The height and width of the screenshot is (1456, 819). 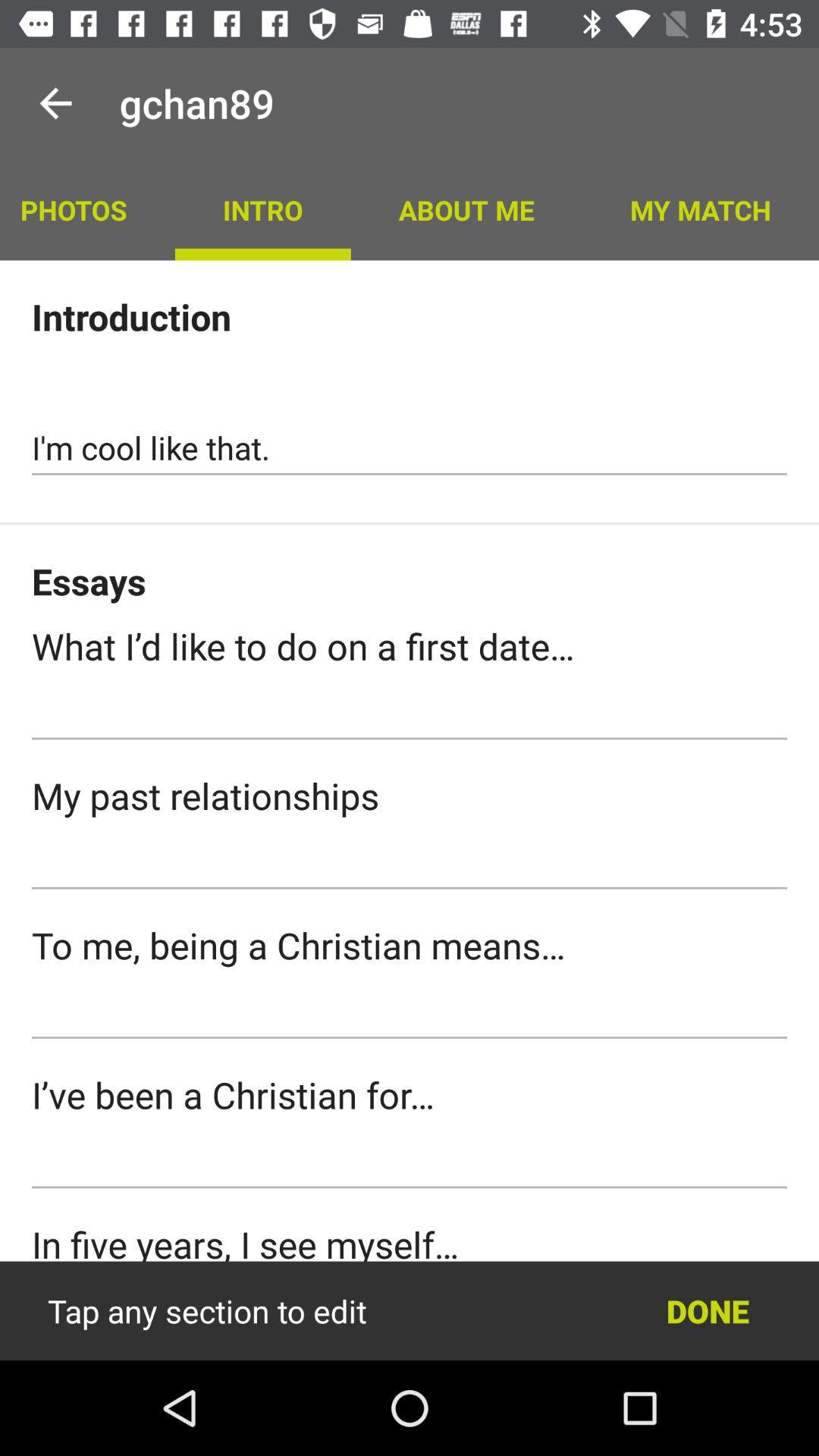 I want to click on past relationships field, so click(x=409, y=862).